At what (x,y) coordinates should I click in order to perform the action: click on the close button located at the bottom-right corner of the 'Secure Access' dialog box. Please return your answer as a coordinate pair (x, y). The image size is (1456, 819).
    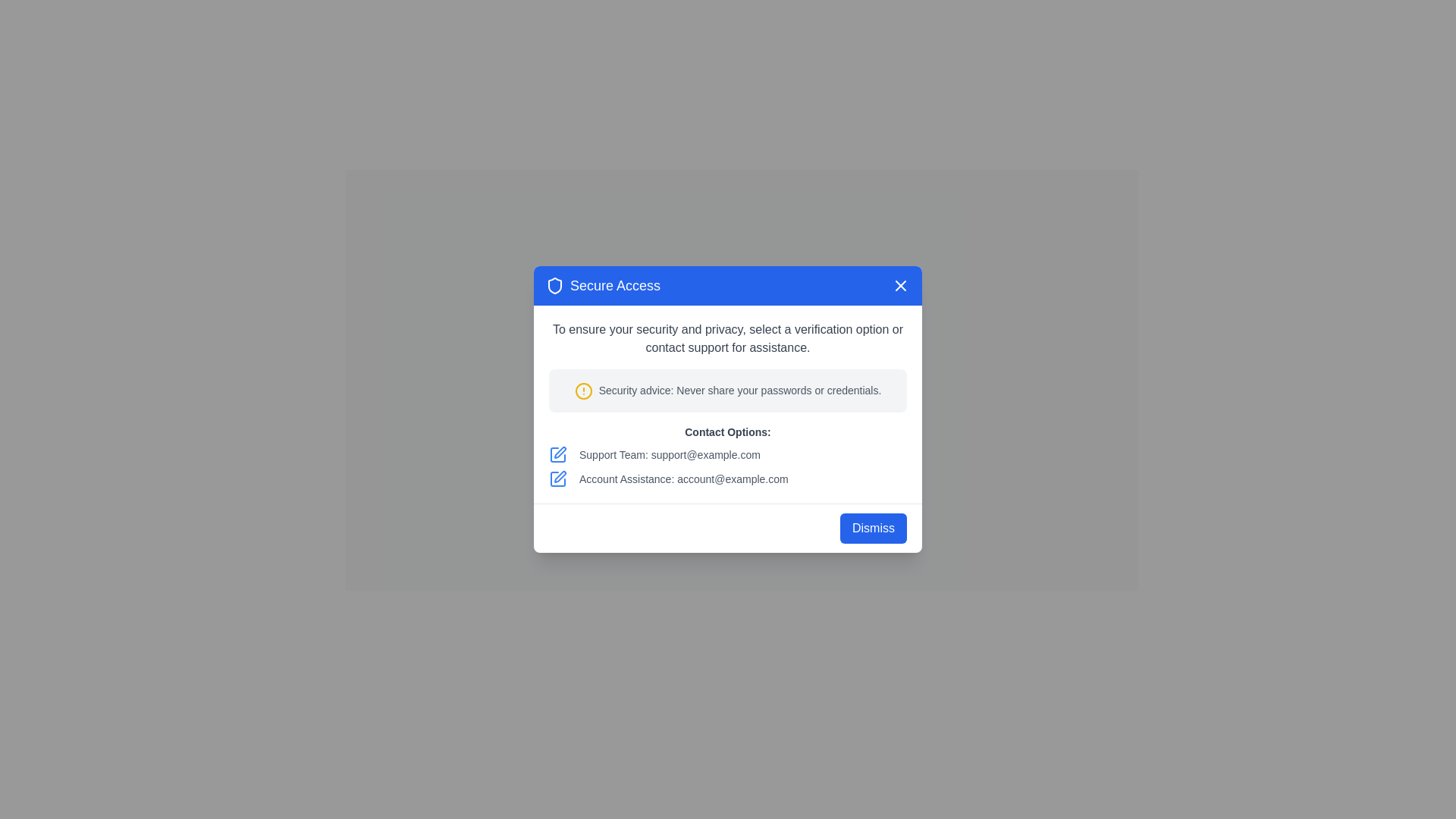
    Looking at the image, I should click on (874, 526).